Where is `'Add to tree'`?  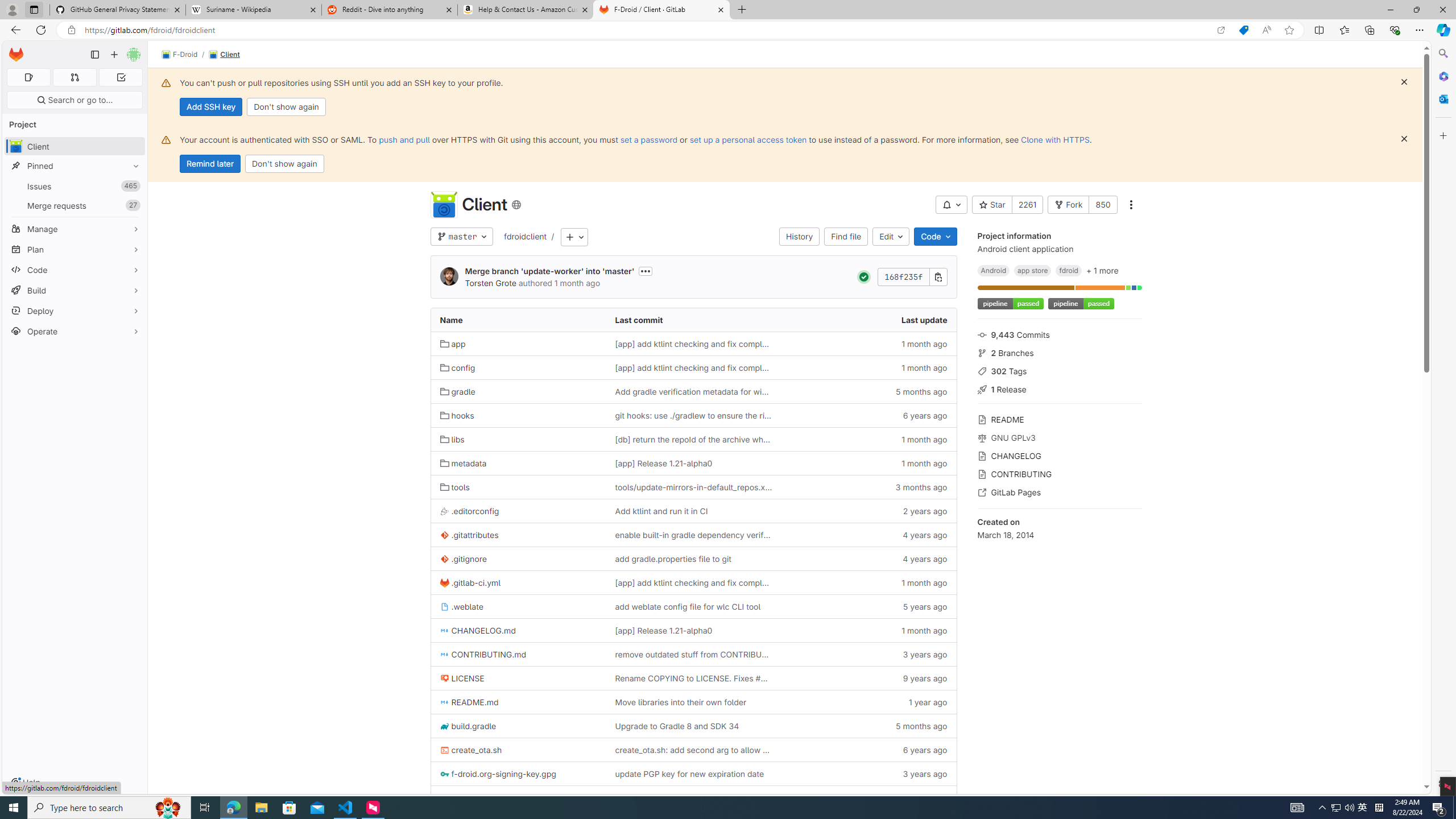
'Add to tree' is located at coordinates (573, 236).